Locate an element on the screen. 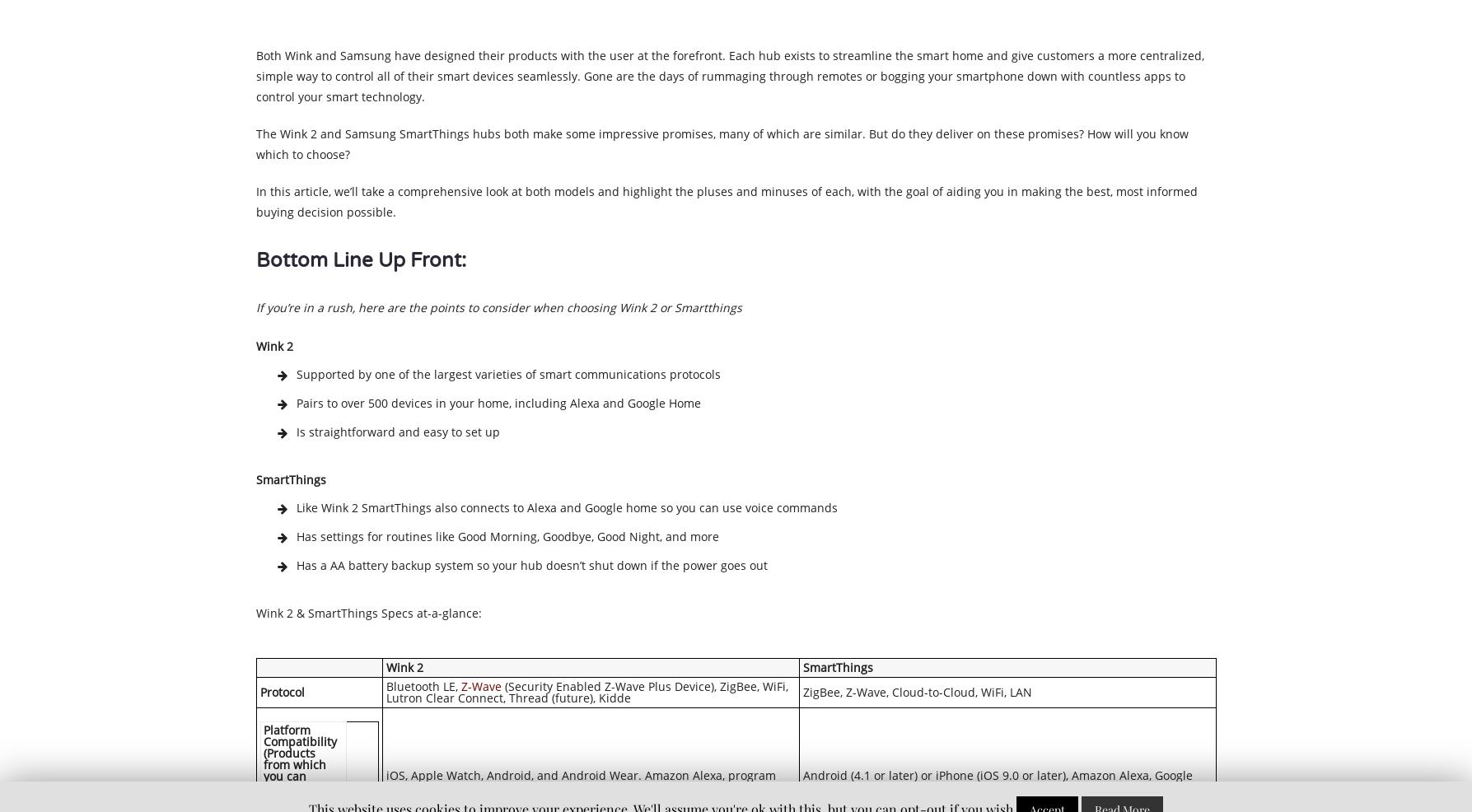  '(Security Enabled Z-Wave Plus Device), ZigBee, WiFi, Lutron Clear Connect, Thread (future), Kidde' is located at coordinates (585, 690).